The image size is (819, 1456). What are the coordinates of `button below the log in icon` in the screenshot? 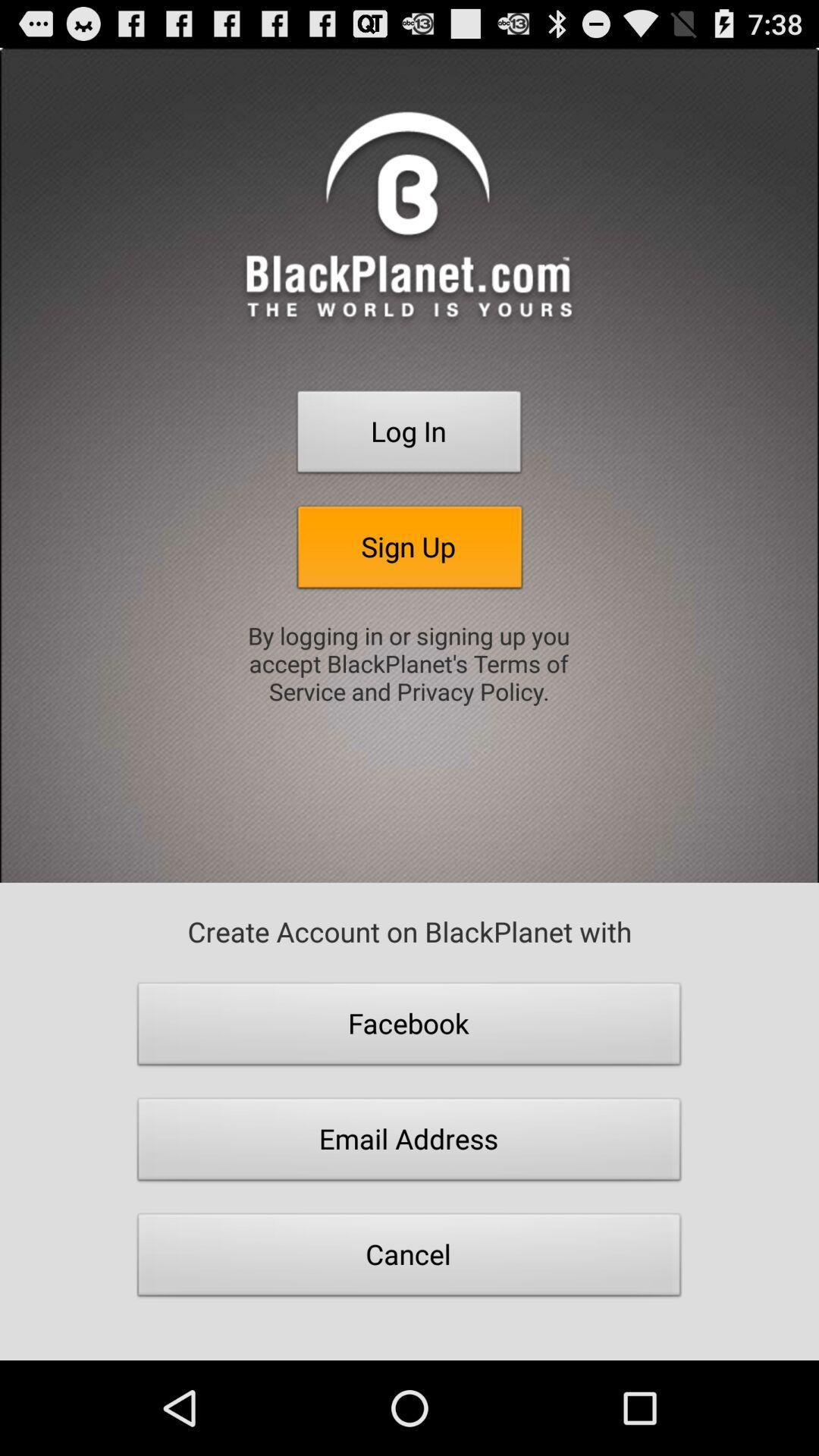 It's located at (409, 551).